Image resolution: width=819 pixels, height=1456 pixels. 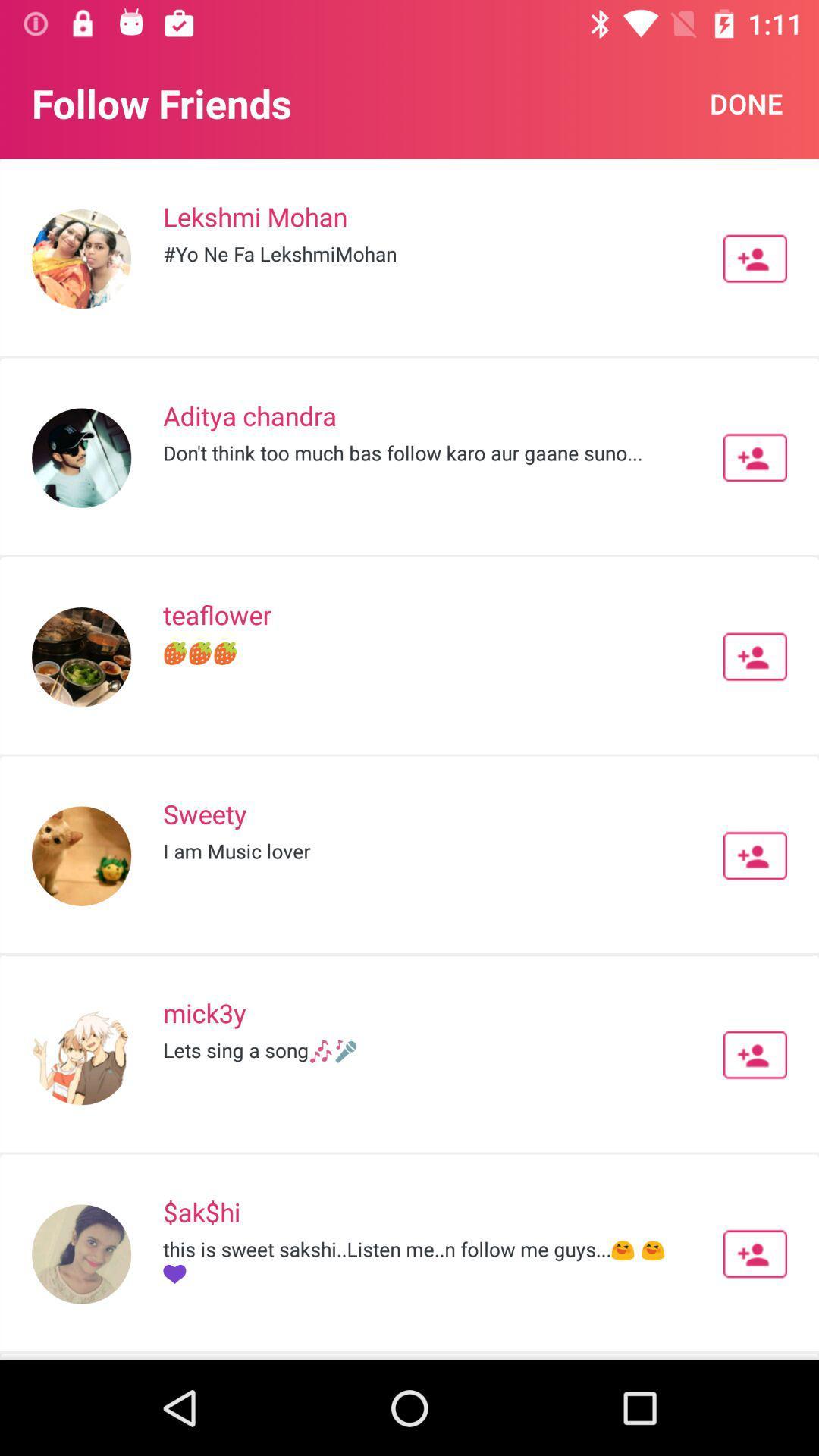 What do you see at coordinates (755, 457) in the screenshot?
I see `friend` at bounding box center [755, 457].